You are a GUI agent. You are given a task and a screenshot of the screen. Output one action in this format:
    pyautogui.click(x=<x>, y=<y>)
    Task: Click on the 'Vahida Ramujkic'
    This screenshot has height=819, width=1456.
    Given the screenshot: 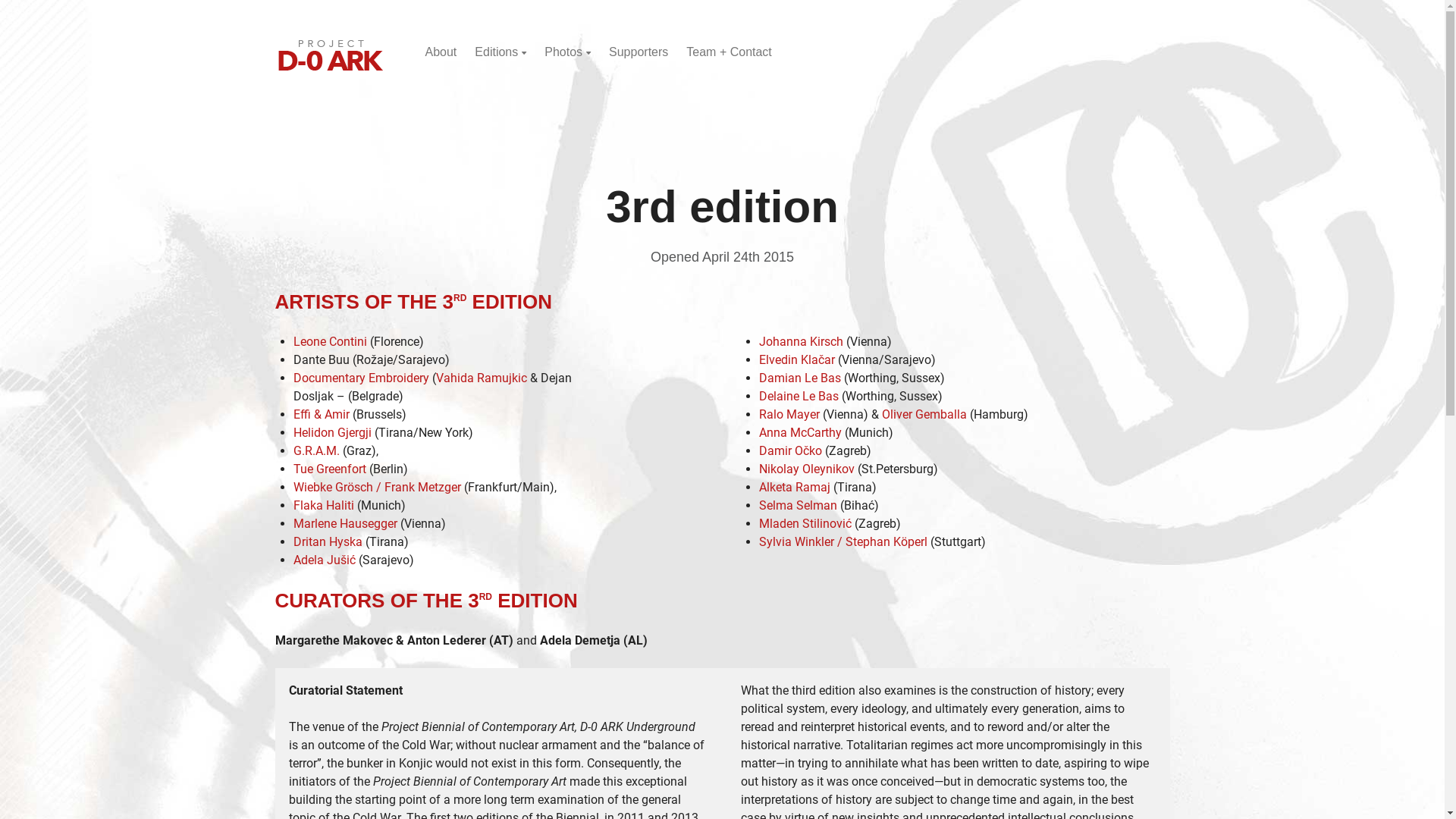 What is the action you would take?
    pyautogui.click(x=479, y=377)
    